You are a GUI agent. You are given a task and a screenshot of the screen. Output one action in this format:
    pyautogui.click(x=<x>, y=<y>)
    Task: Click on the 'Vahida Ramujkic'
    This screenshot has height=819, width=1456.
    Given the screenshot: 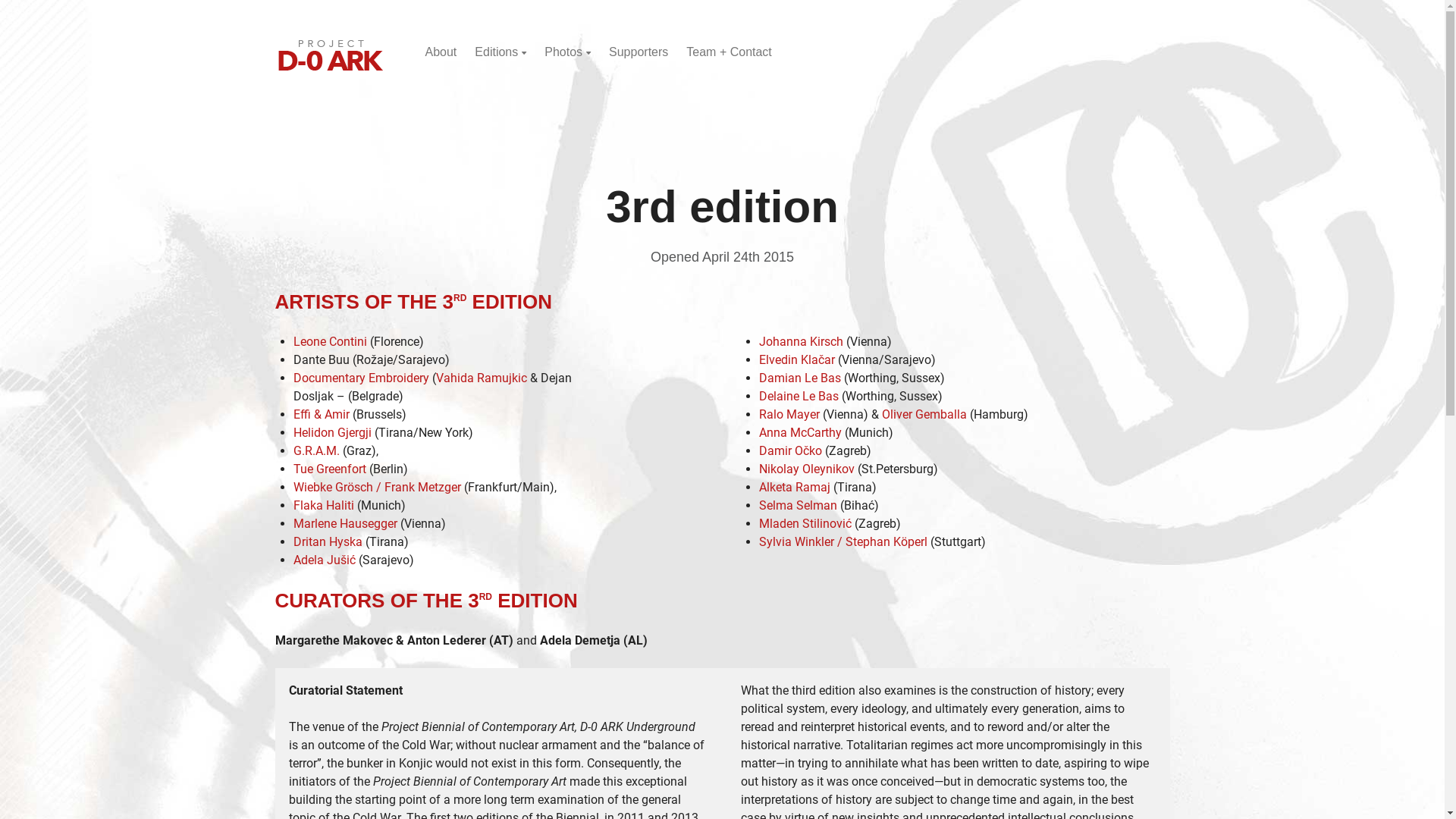 What is the action you would take?
    pyautogui.click(x=479, y=377)
    